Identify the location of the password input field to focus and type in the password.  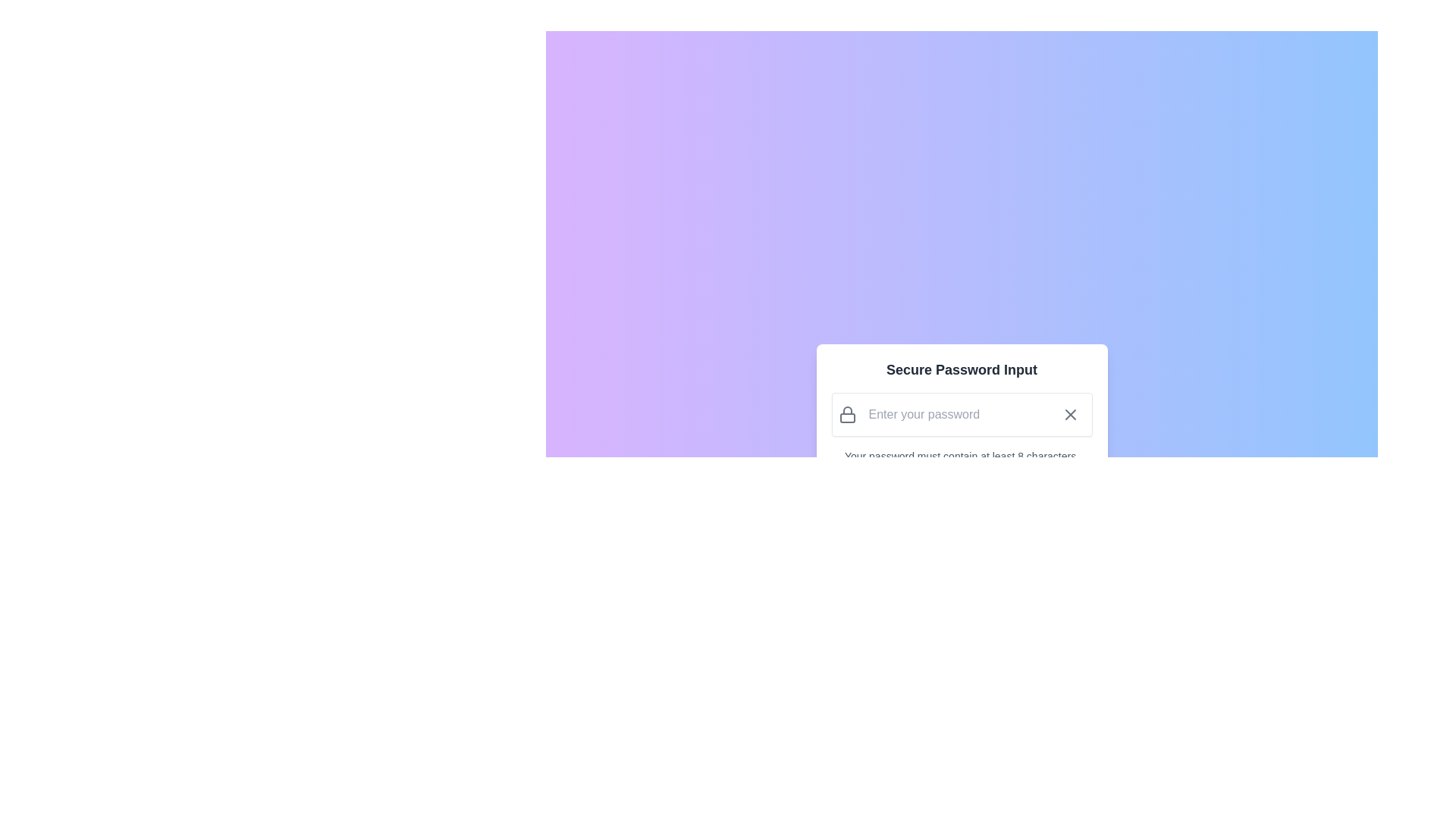
(955, 415).